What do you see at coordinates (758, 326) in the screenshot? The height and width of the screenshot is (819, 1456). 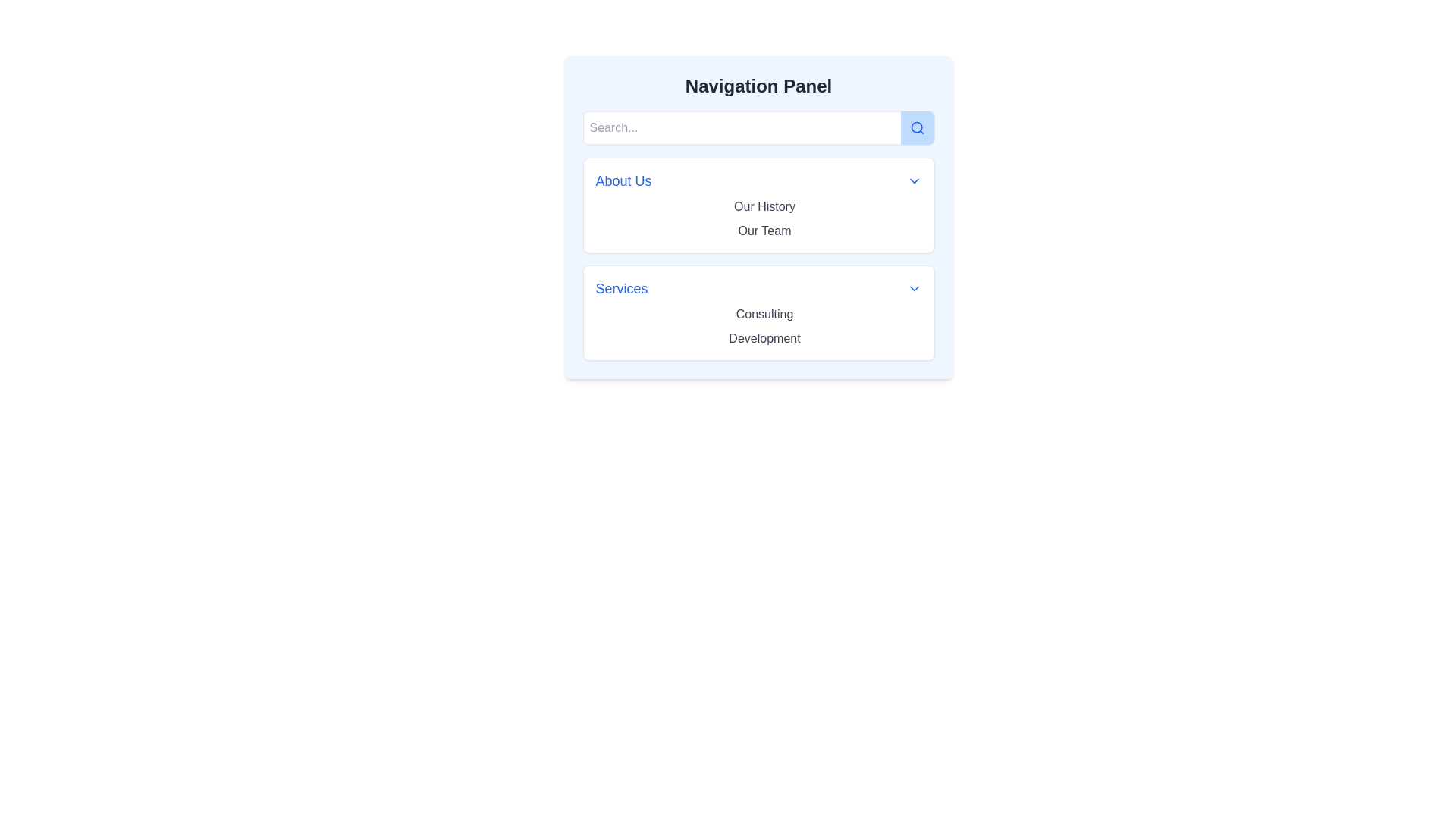 I see `the 'Consulting' item in the vertical list of services` at bounding box center [758, 326].